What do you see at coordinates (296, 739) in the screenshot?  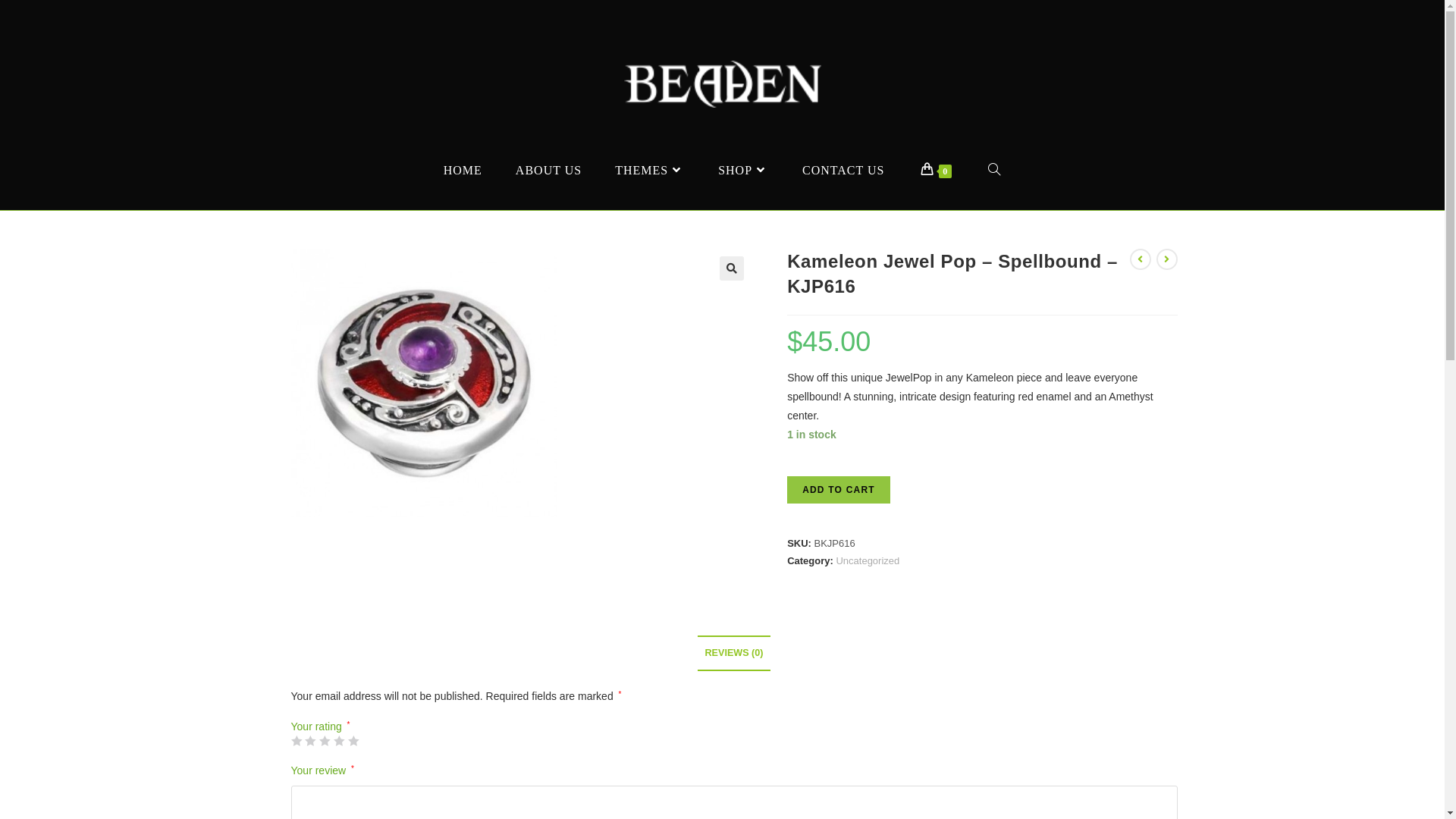 I see `'1'` at bounding box center [296, 739].